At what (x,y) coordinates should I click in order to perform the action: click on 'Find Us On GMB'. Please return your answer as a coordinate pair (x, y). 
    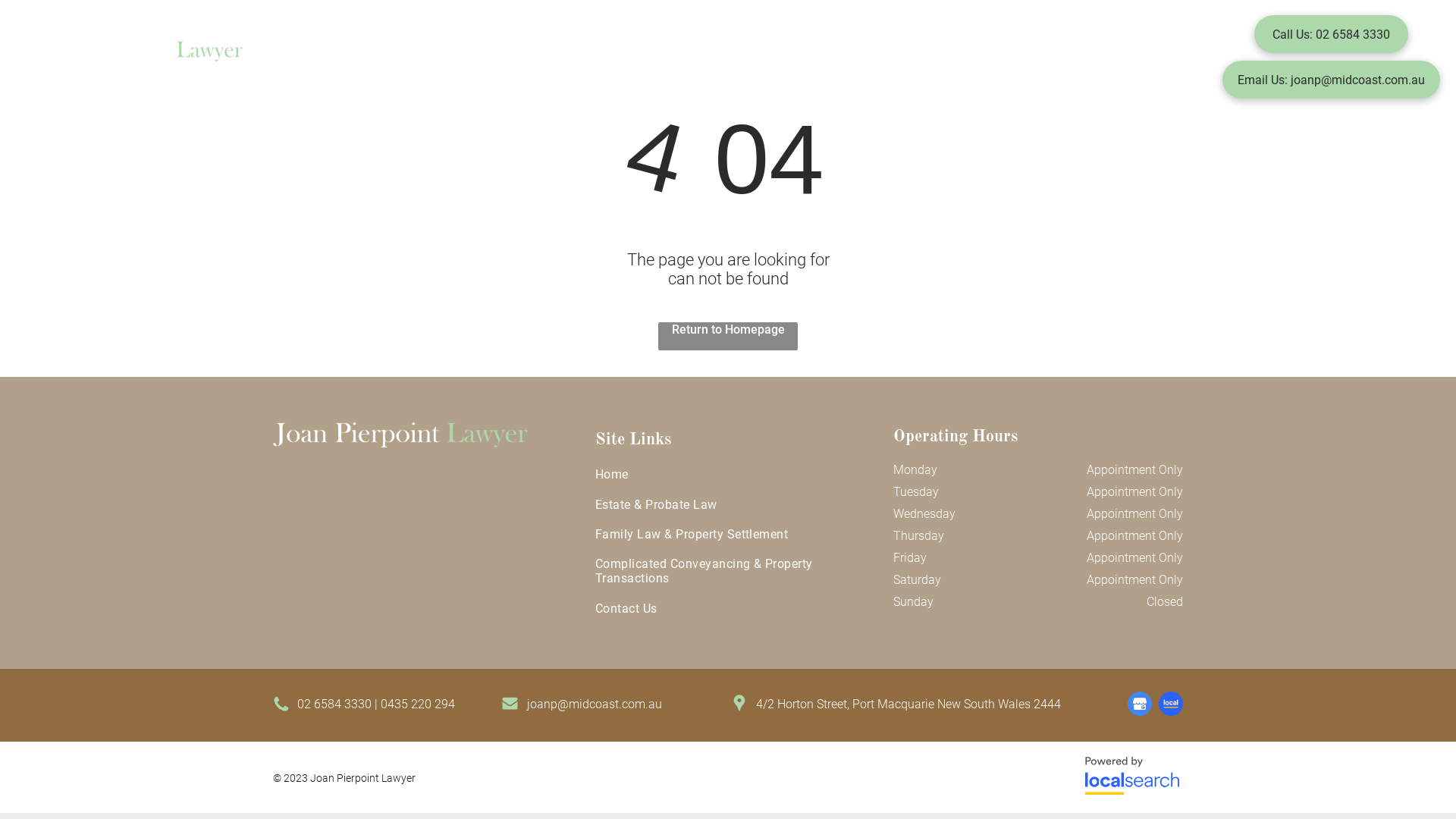
    Looking at the image, I should click on (1139, 704).